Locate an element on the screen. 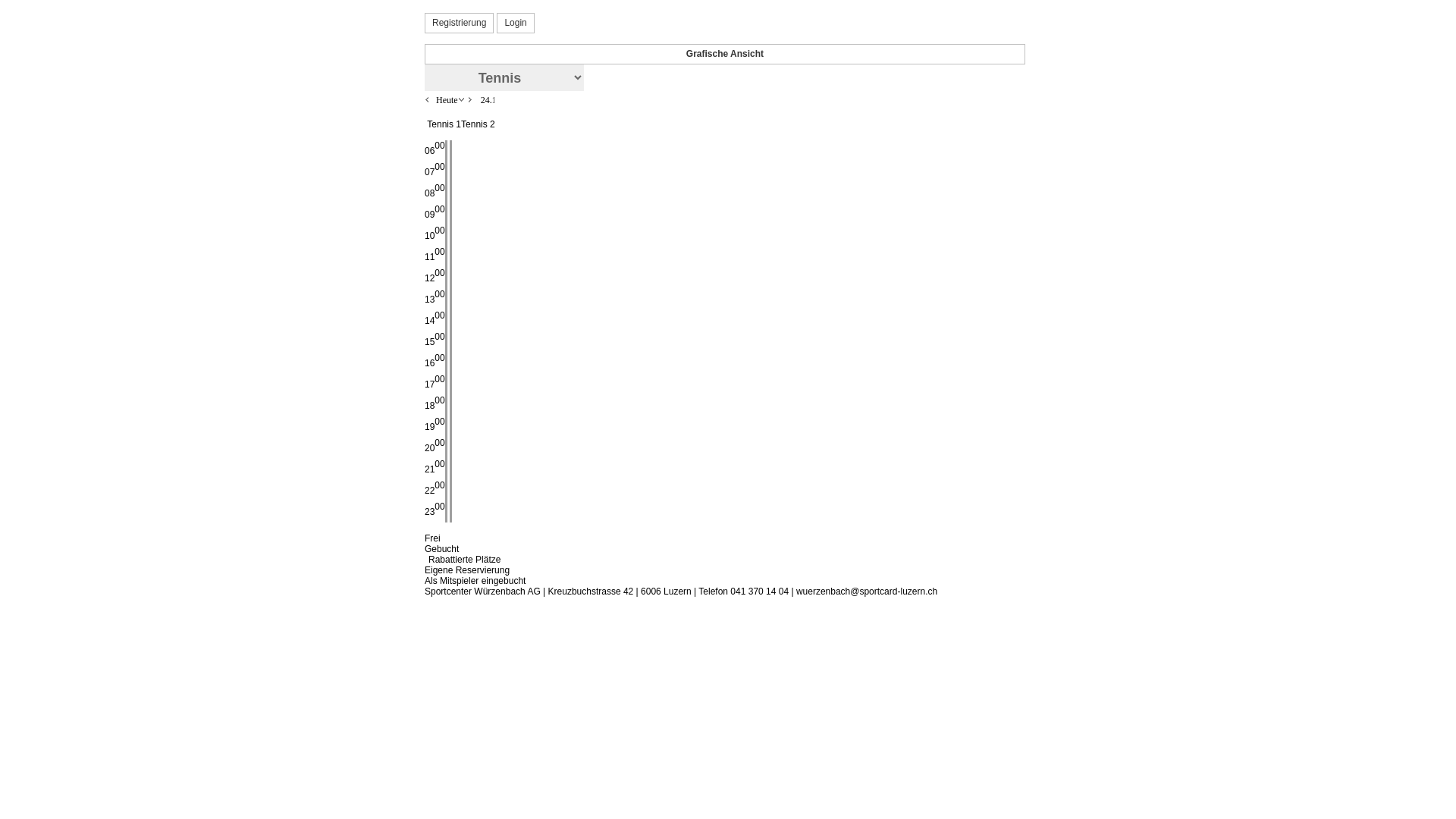 The height and width of the screenshot is (819, 1456). 'Heute' is located at coordinates (446, 99).